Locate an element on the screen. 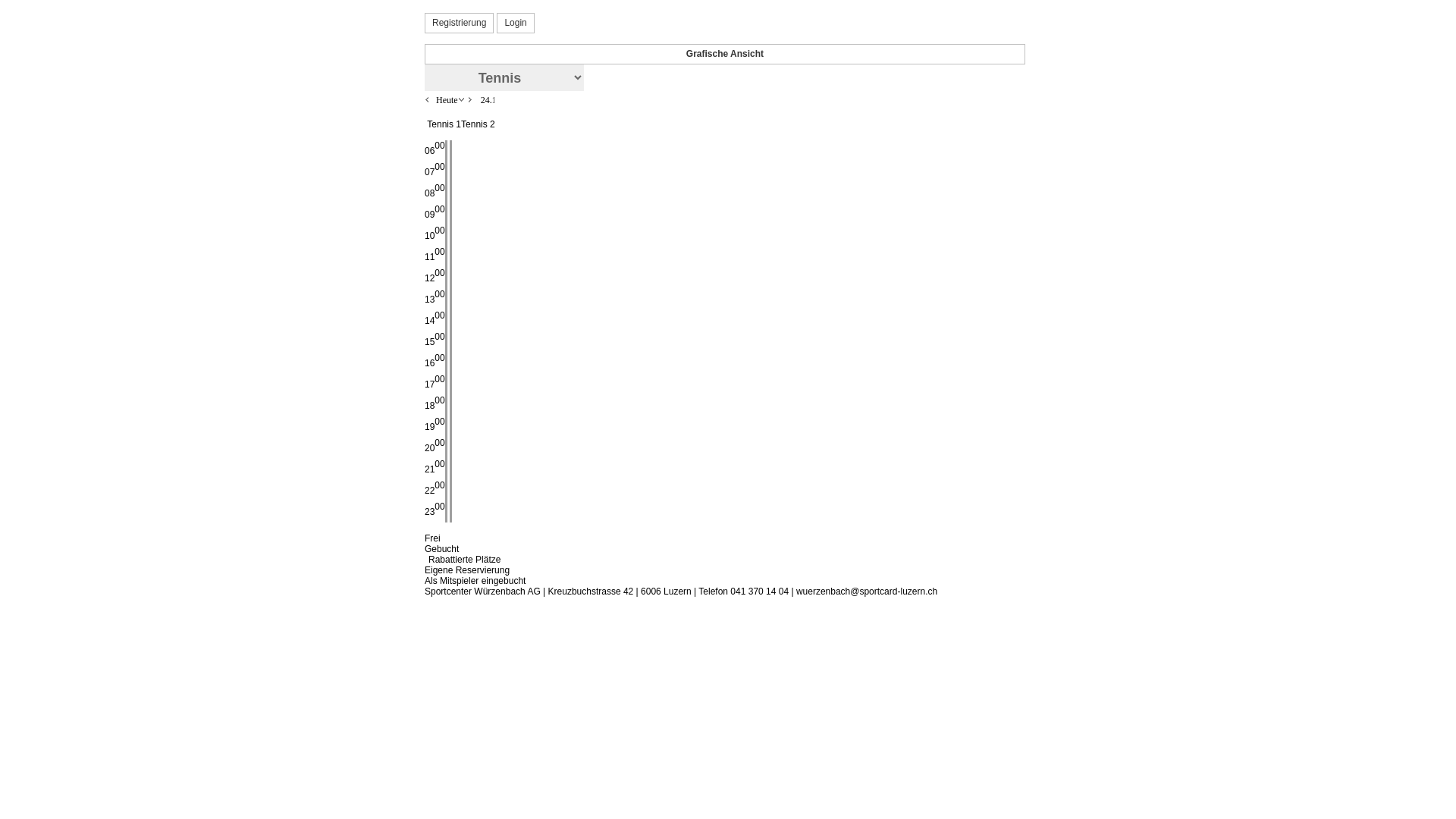 The height and width of the screenshot is (819, 1456). 'Heute' is located at coordinates (446, 99).